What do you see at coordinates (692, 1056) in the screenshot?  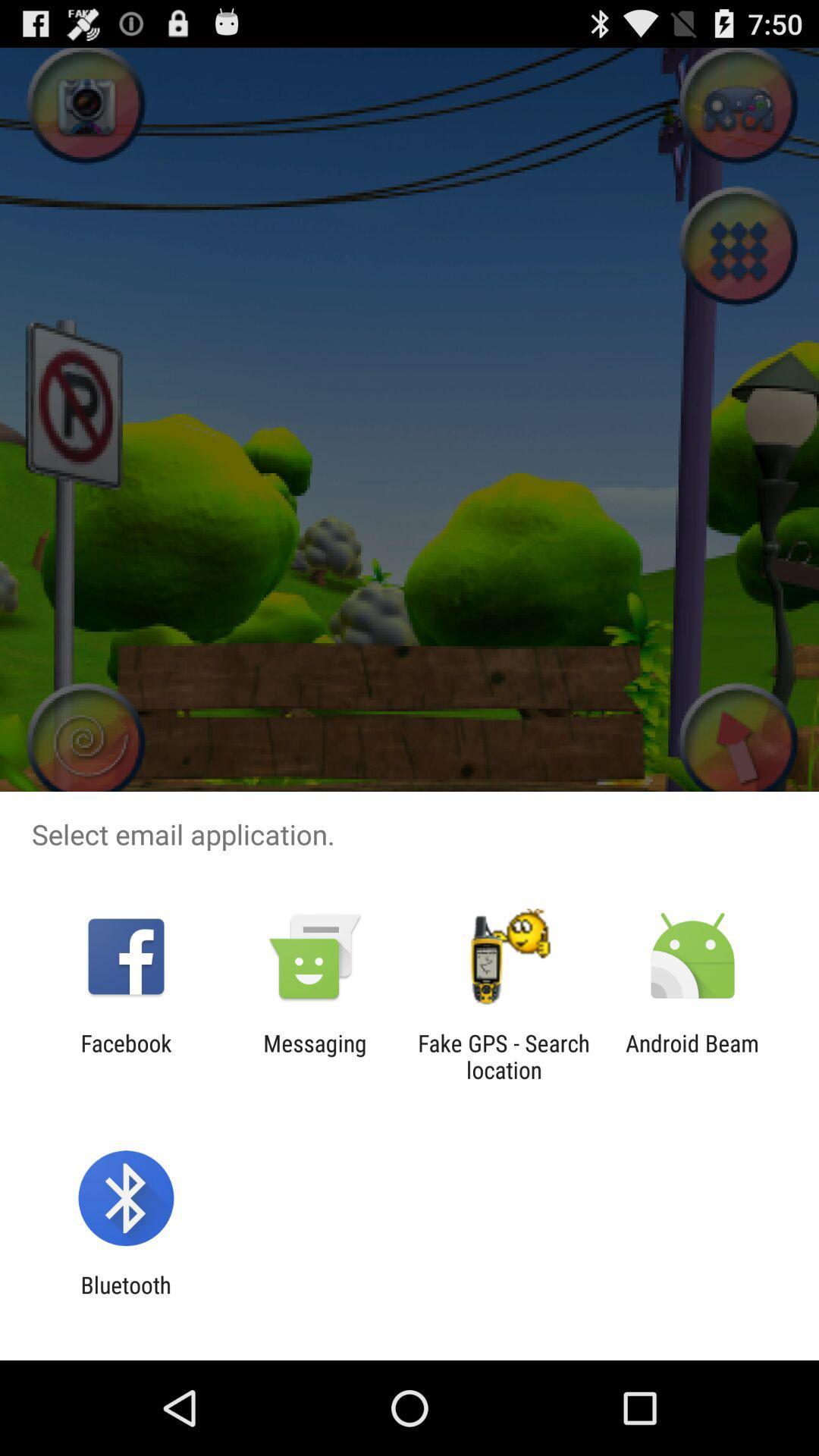 I see `android beam icon` at bounding box center [692, 1056].